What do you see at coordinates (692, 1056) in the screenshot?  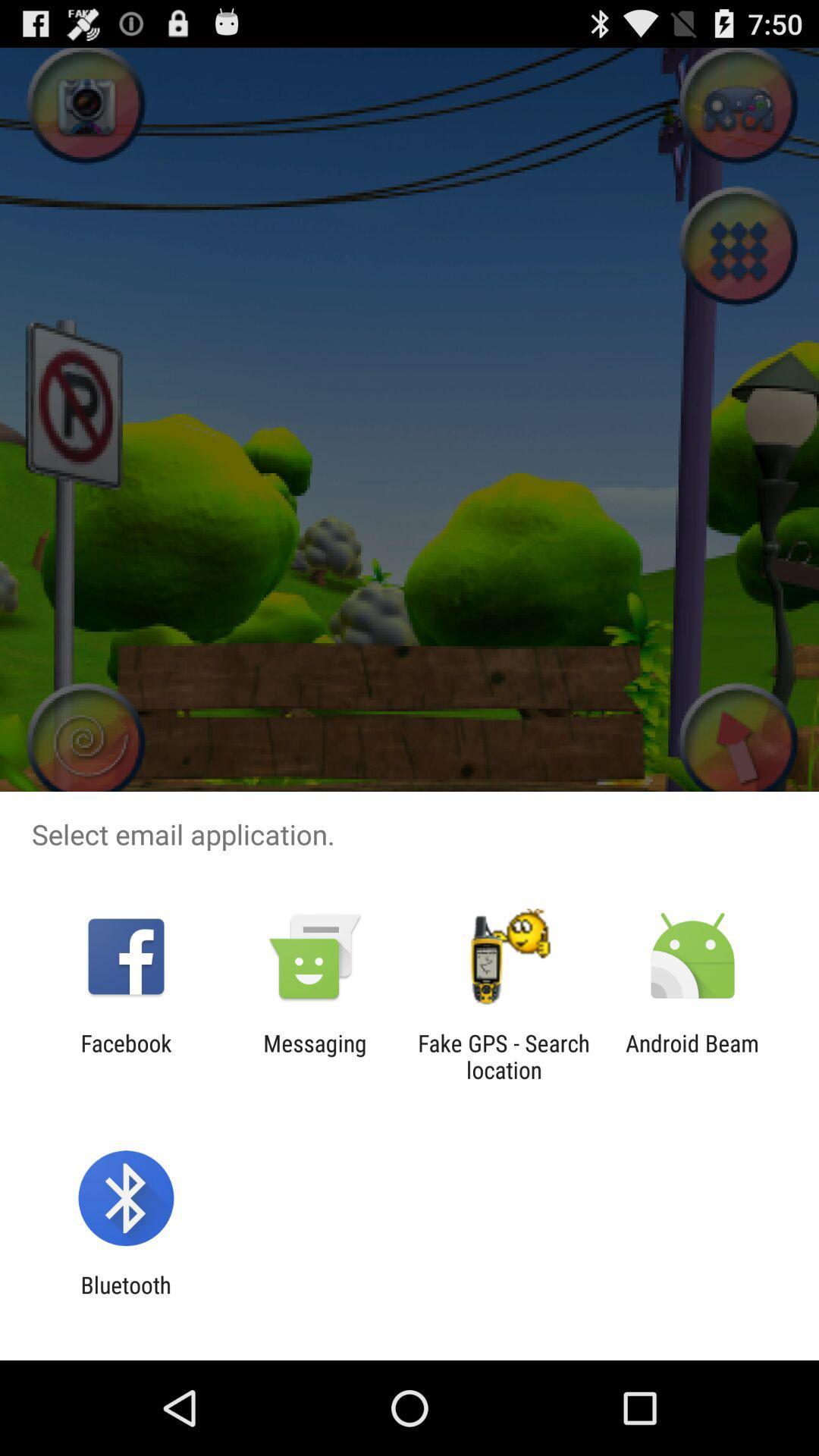 I see `android beam icon` at bounding box center [692, 1056].